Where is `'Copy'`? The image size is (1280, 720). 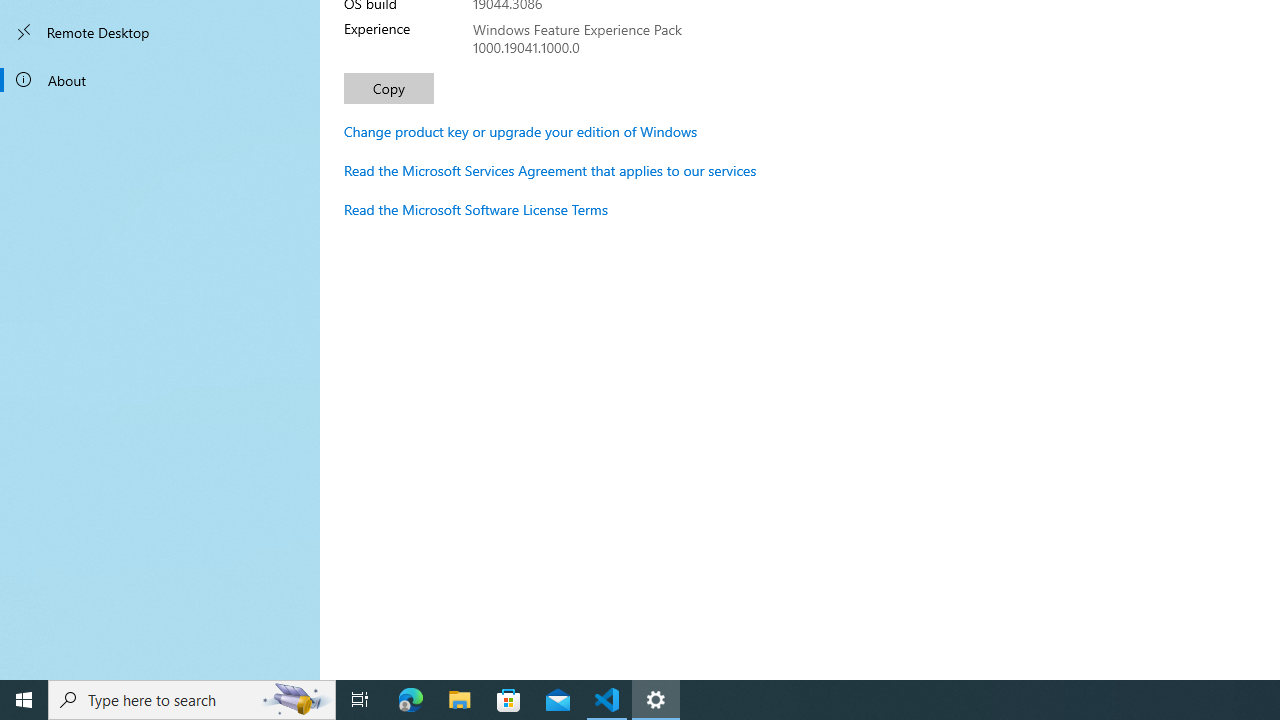
'Copy' is located at coordinates (389, 87).